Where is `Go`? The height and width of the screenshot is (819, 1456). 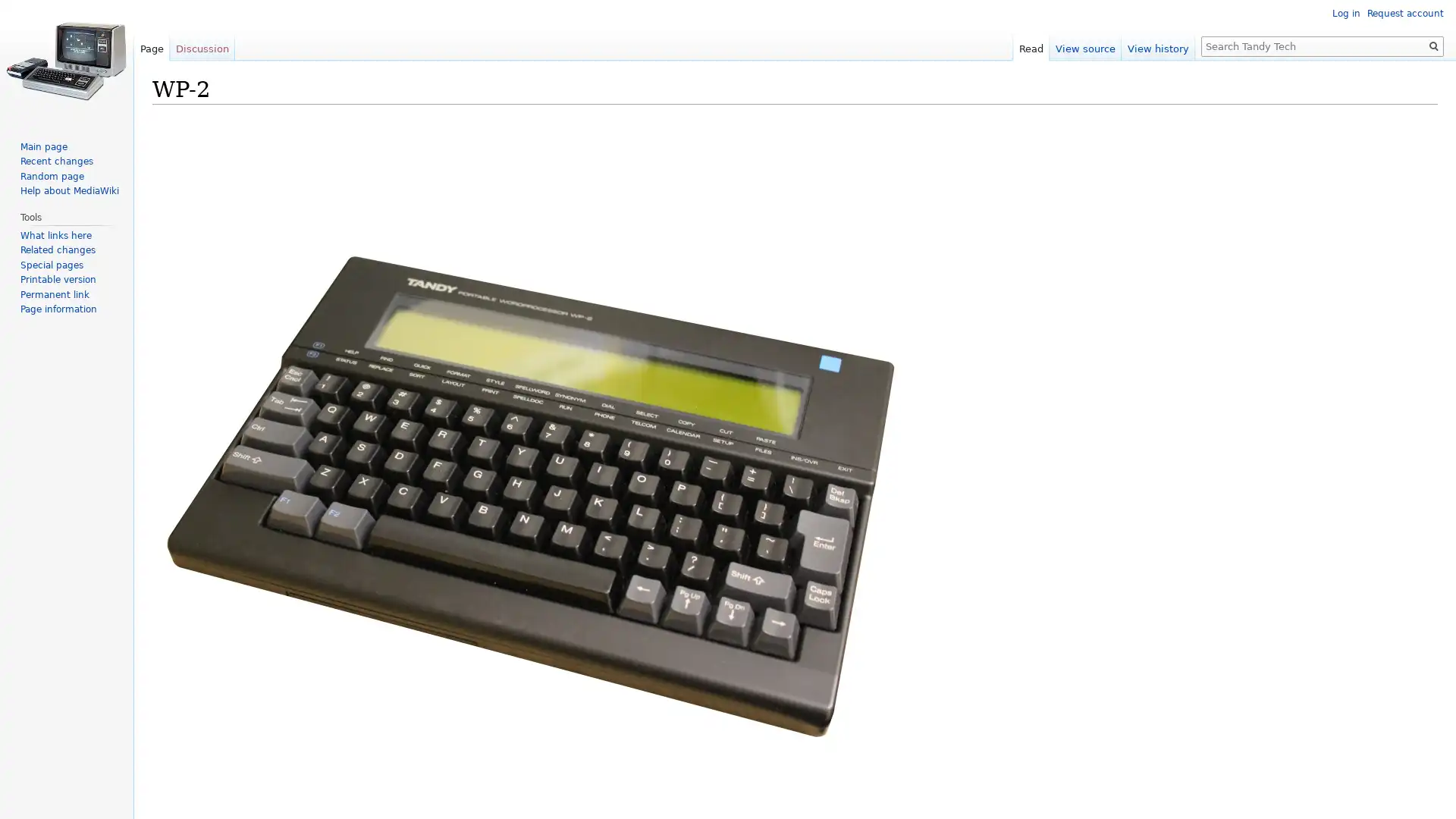
Go is located at coordinates (1433, 45).